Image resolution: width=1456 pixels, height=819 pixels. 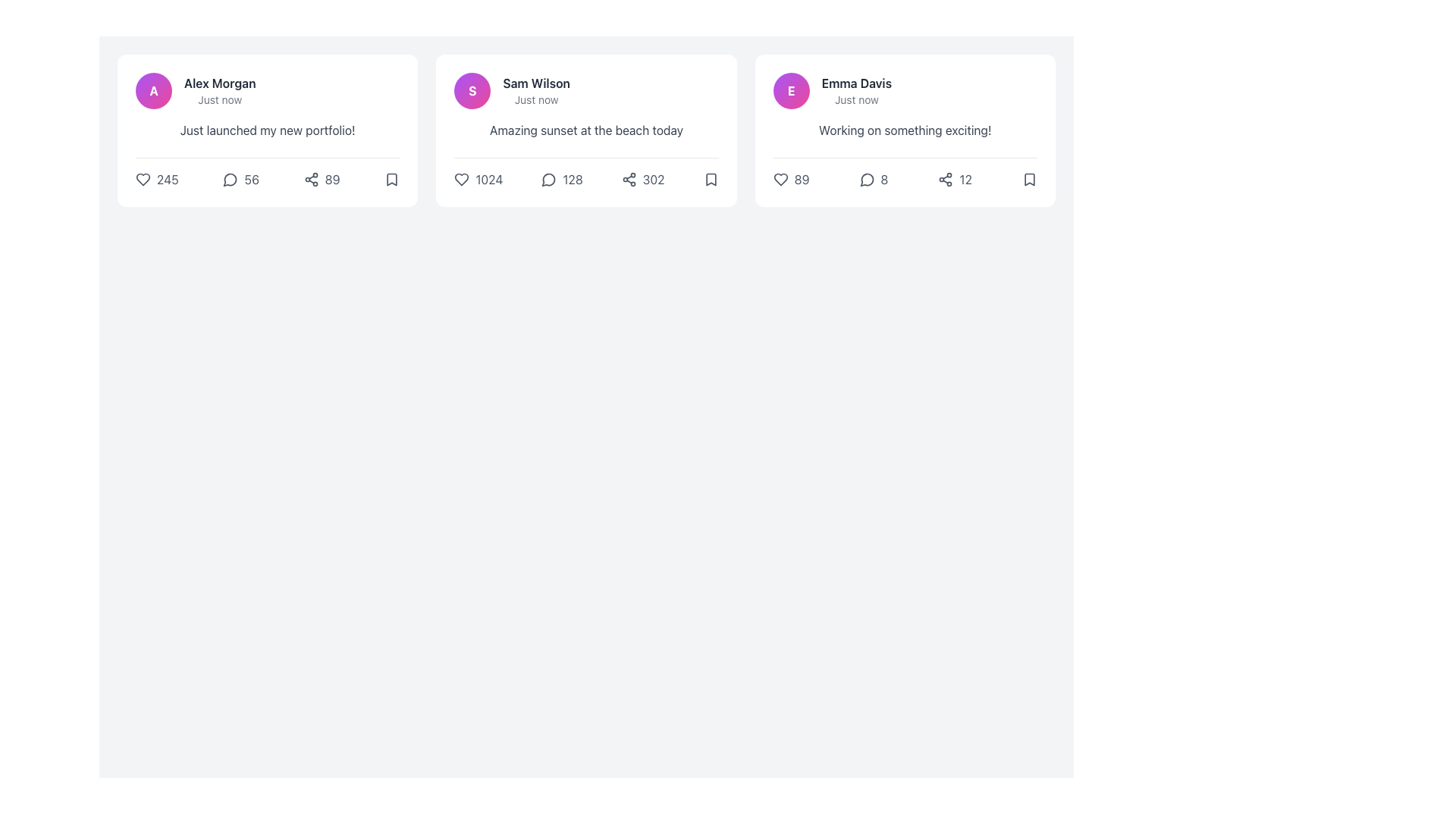 What do you see at coordinates (867, 178) in the screenshot?
I see `the medium-dark gray speech bubble icon located to the left of the comment count '8' in the card of 'Emma Davis'` at bounding box center [867, 178].